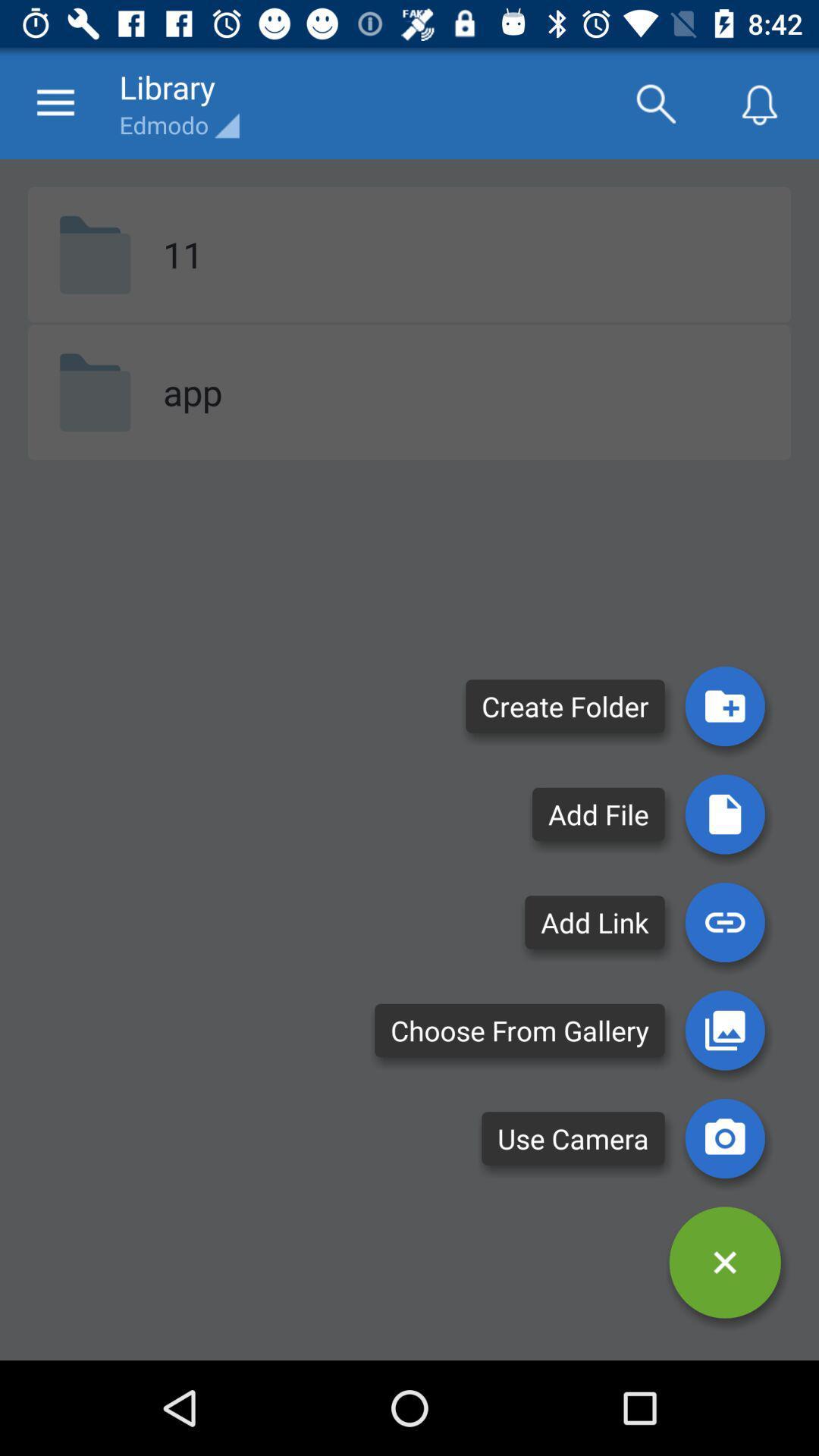  Describe the element at coordinates (724, 1030) in the screenshot. I see `a photo from gallery` at that location.